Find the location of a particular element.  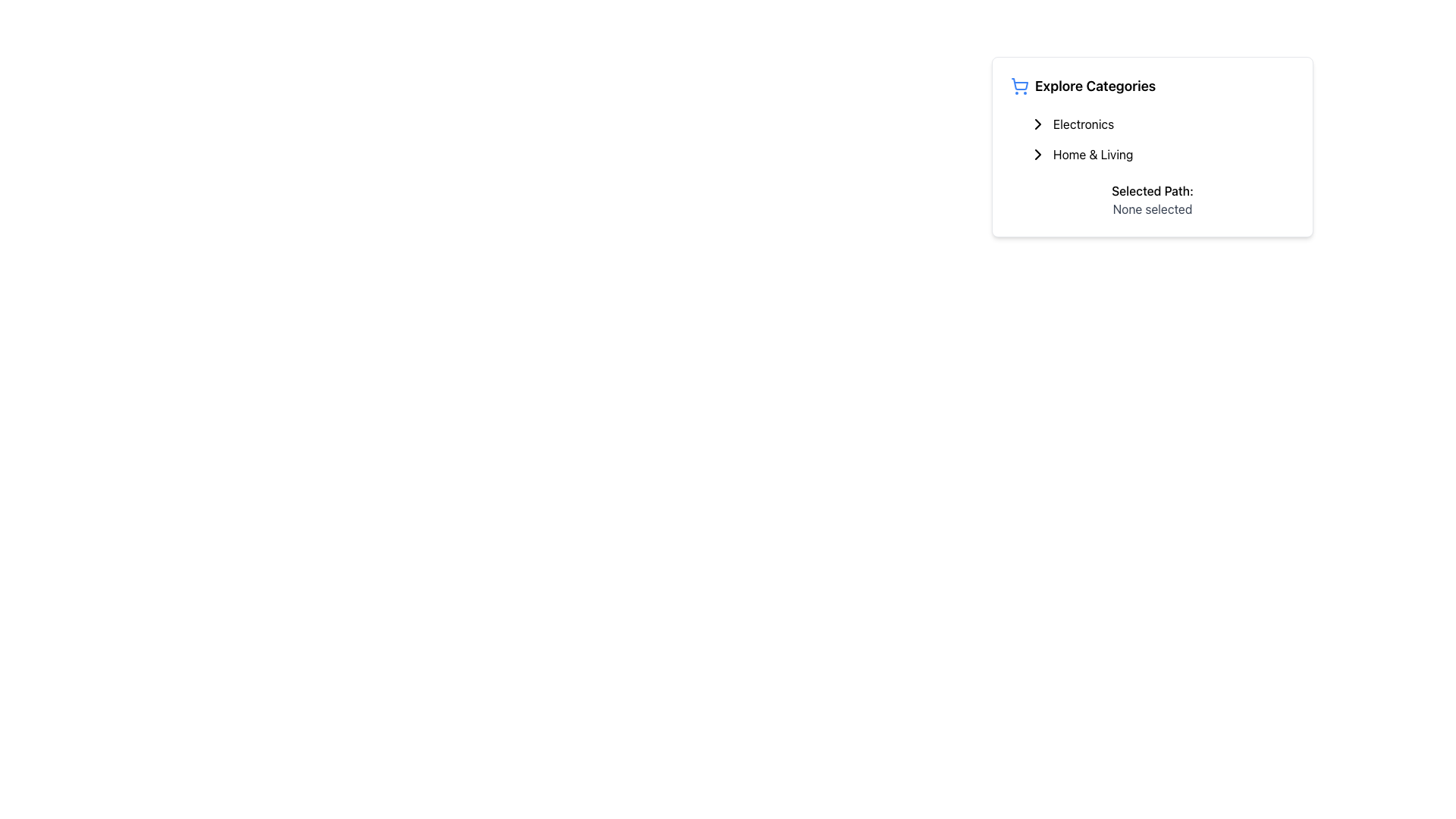

the rightward arrow icon next to the 'Electronics' text in the navigation list is located at coordinates (1037, 124).